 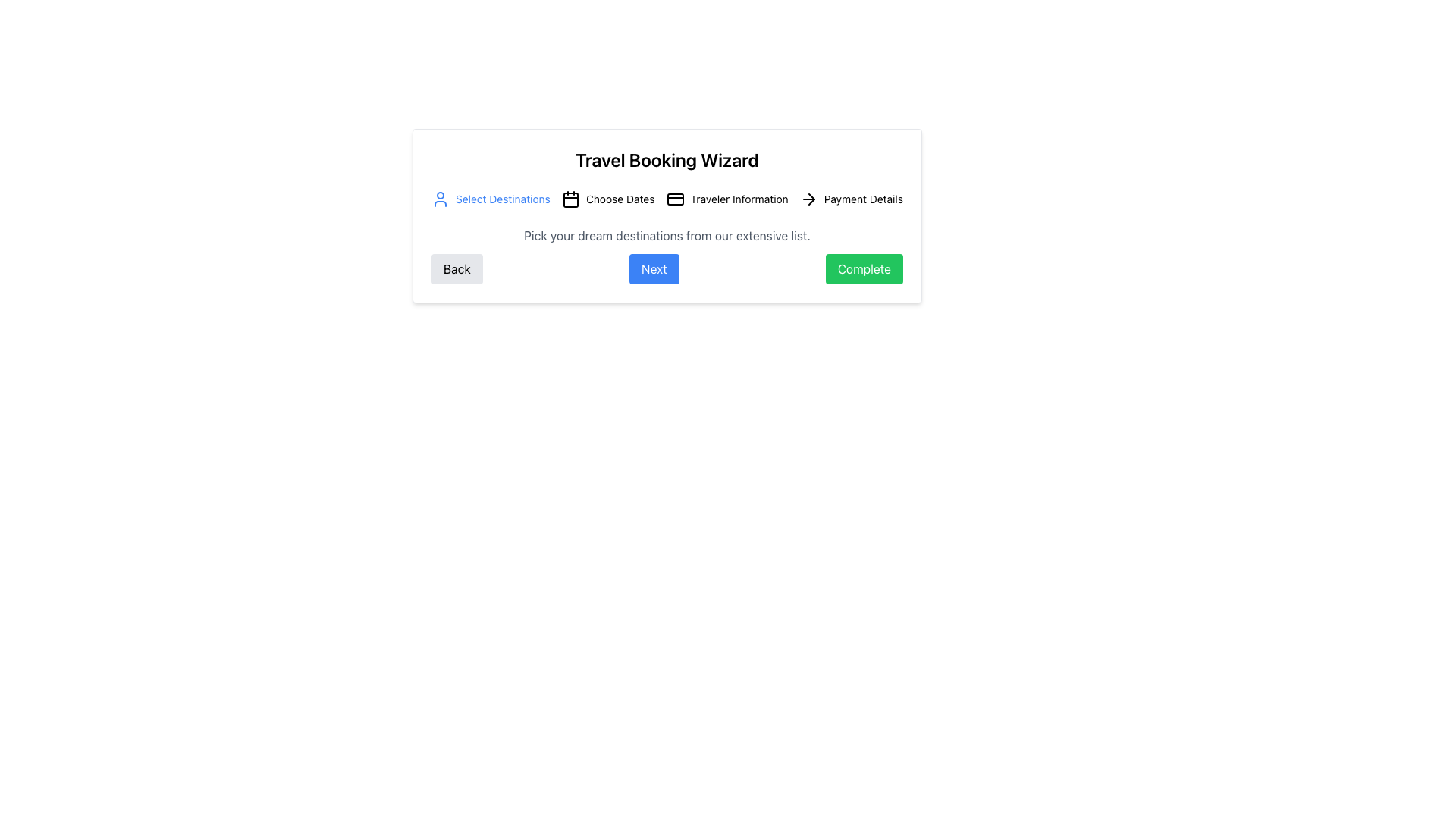 I want to click on the Step Progress Indicator Bar that contains items: 'Select Destinations', 'Choose Dates', 'Traveler Information', and 'Payment Details', which is styled with clear typography and highlights the active item in blue, so click(x=667, y=198).